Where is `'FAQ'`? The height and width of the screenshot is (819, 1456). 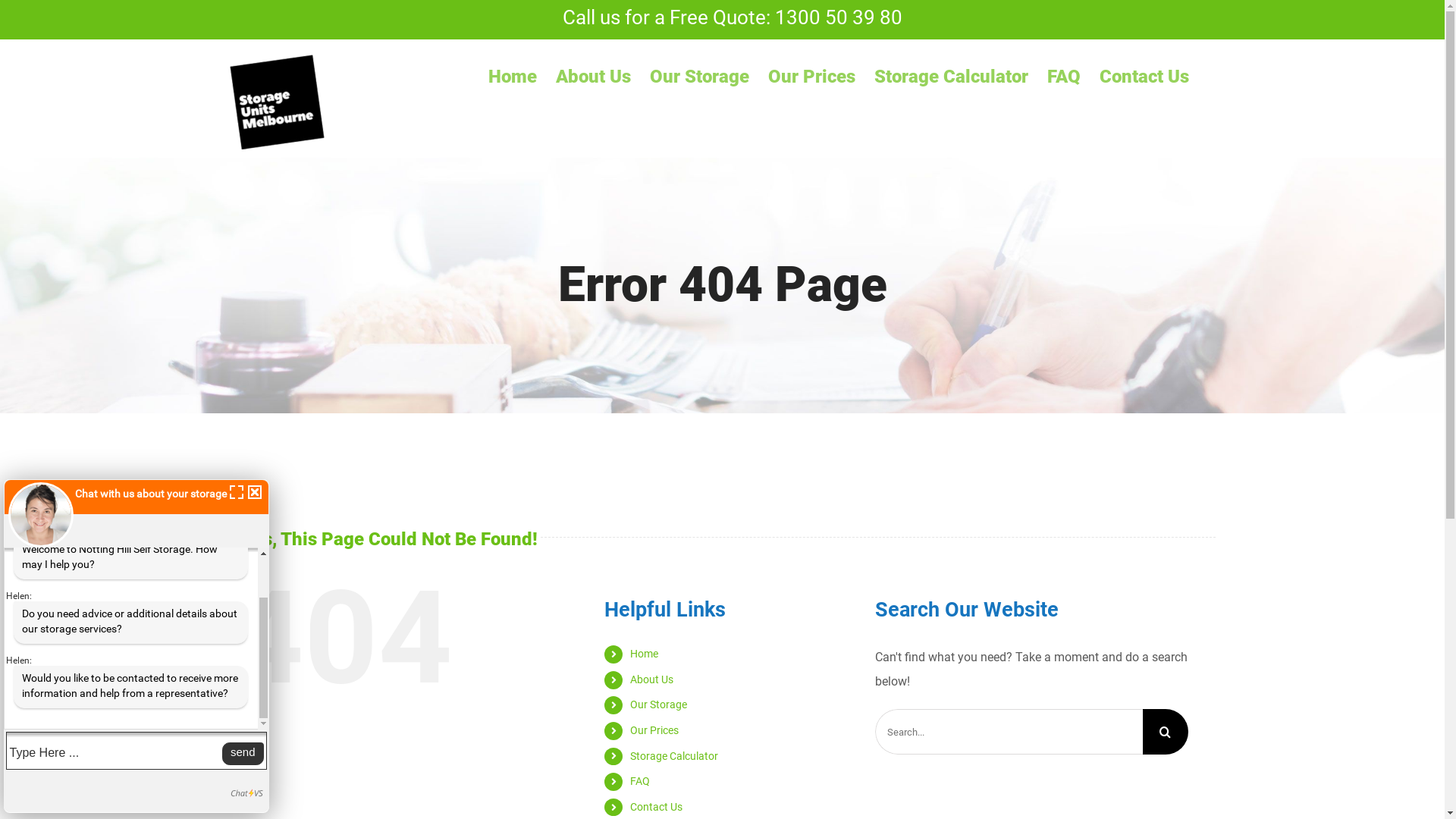
'FAQ' is located at coordinates (640, 780).